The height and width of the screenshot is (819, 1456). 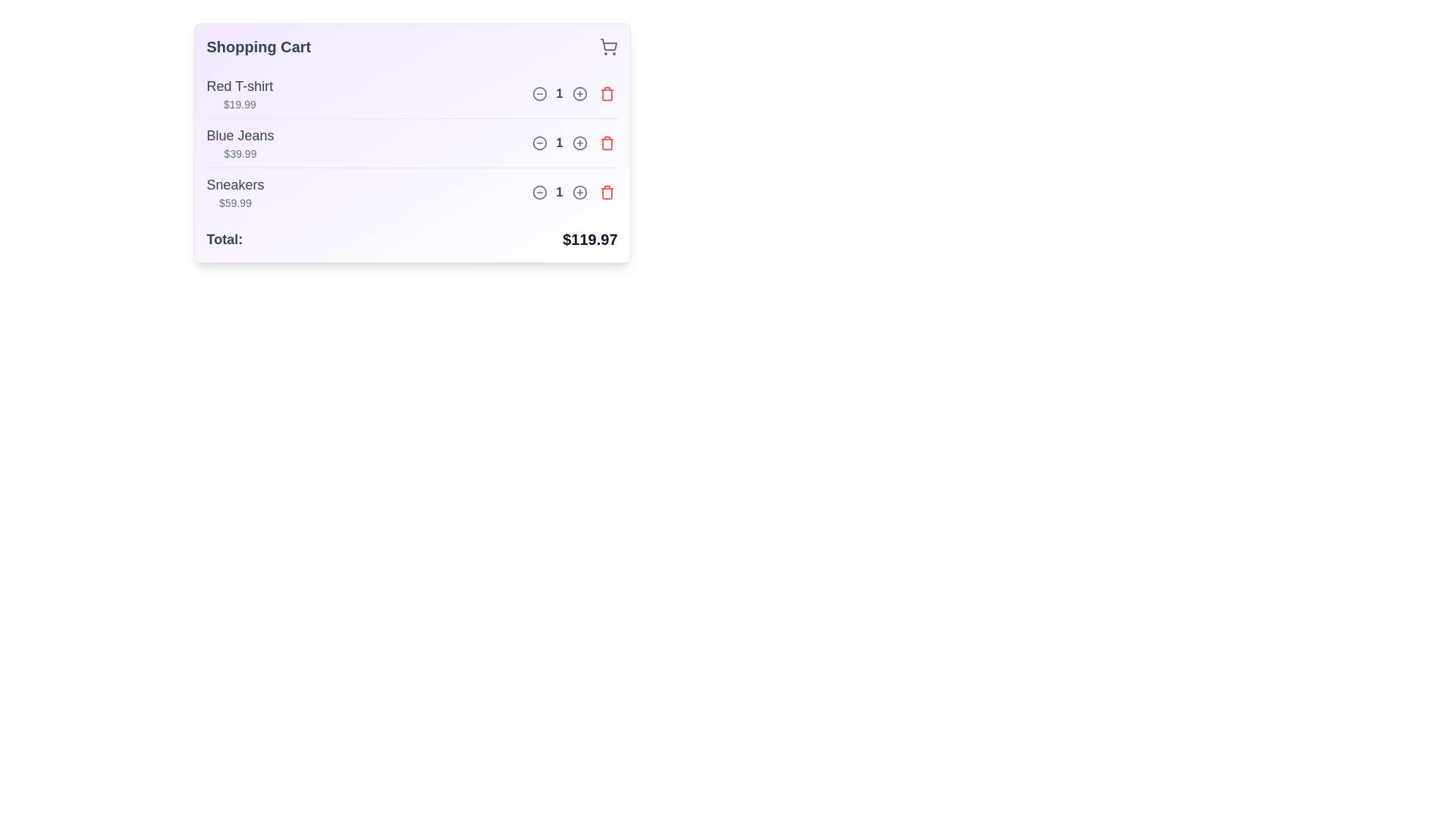 What do you see at coordinates (234, 192) in the screenshot?
I see `the Text display group showing the product name 'Sneakers' and the price '$59.99', which is located under the 'Shopping Cart' heading and is the third item in the list` at bounding box center [234, 192].